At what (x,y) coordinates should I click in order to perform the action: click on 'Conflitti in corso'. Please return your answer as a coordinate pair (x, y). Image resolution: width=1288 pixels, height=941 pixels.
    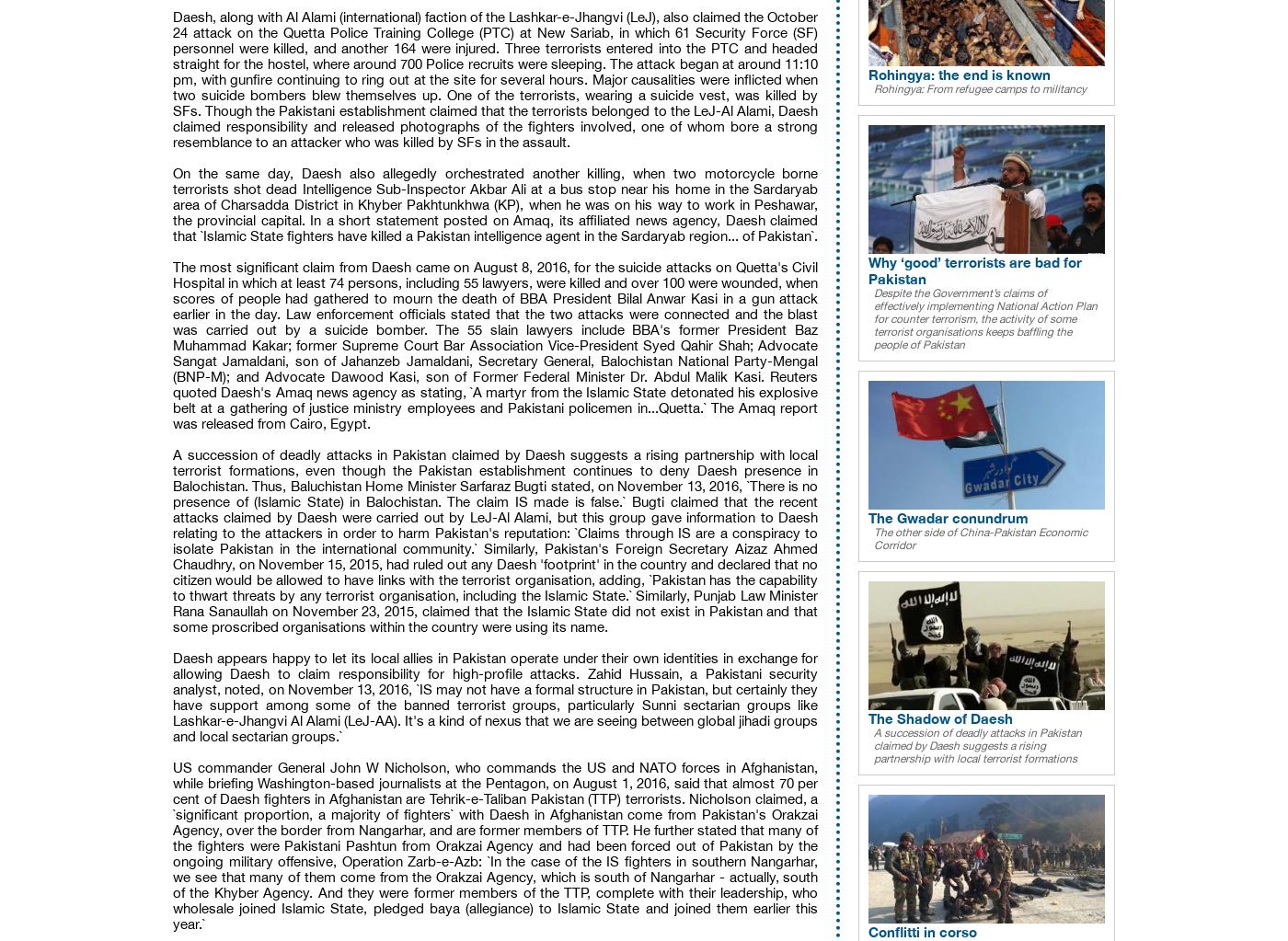
    Looking at the image, I should click on (868, 929).